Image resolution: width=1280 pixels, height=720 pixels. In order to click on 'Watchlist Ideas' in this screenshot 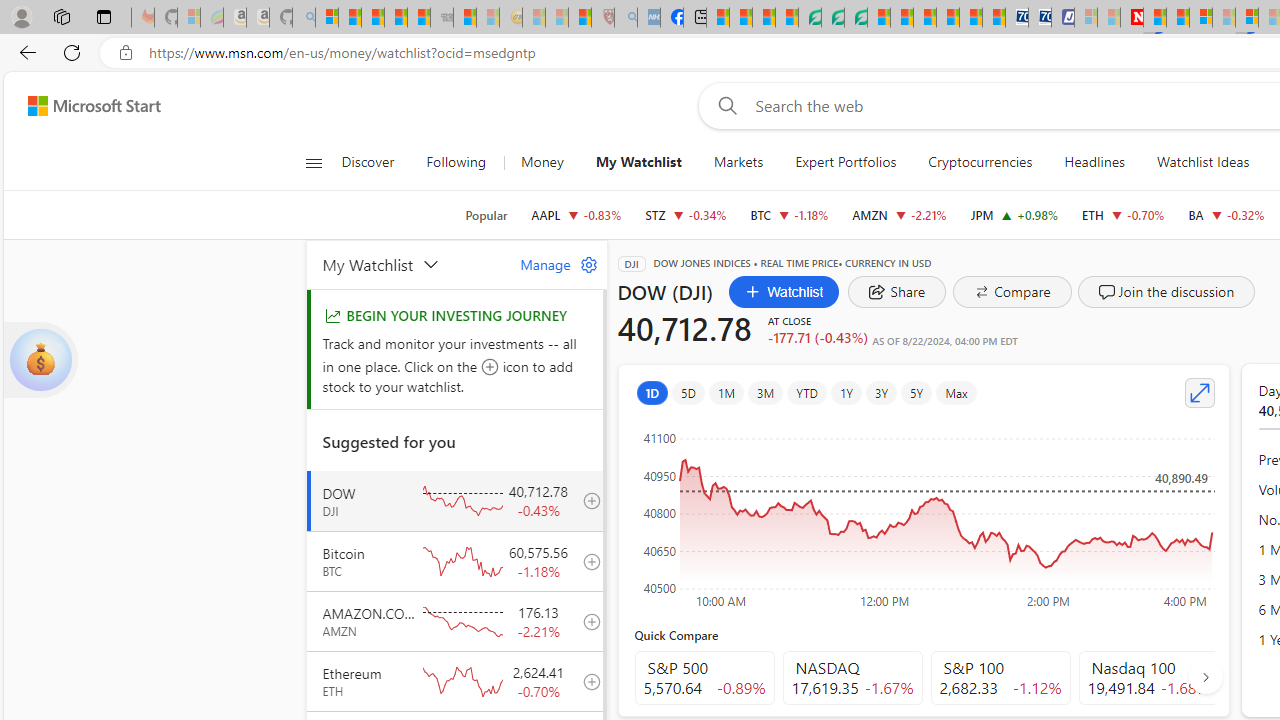, I will do `click(1202, 162)`.